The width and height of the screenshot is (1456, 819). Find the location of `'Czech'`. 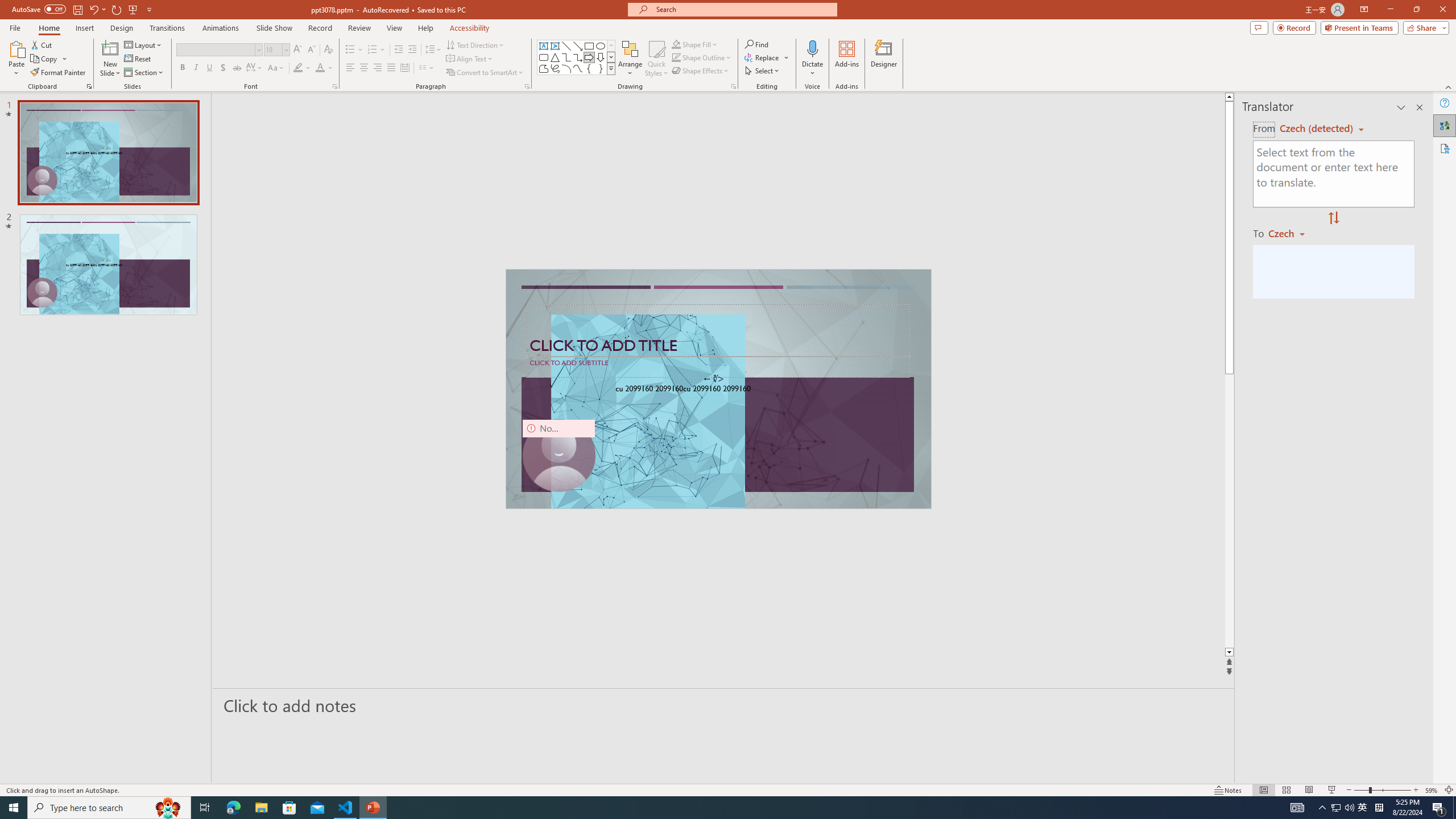

'Czech' is located at coordinates (1291, 233).